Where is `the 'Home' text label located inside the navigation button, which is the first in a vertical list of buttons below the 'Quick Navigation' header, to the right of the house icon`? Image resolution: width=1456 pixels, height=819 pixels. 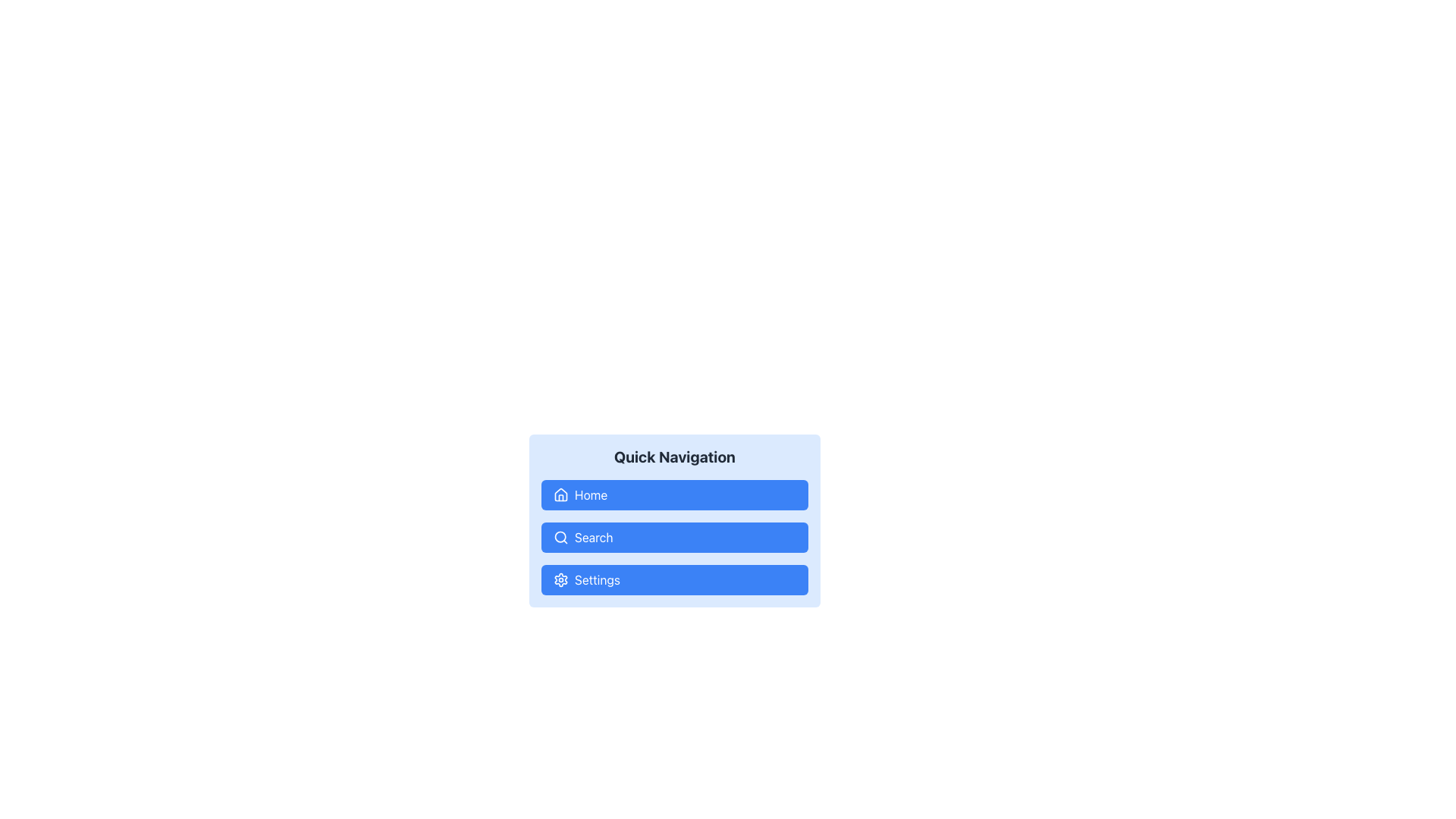
the 'Home' text label located inside the navigation button, which is the first in a vertical list of buttons below the 'Quick Navigation' header, to the right of the house icon is located at coordinates (590, 494).